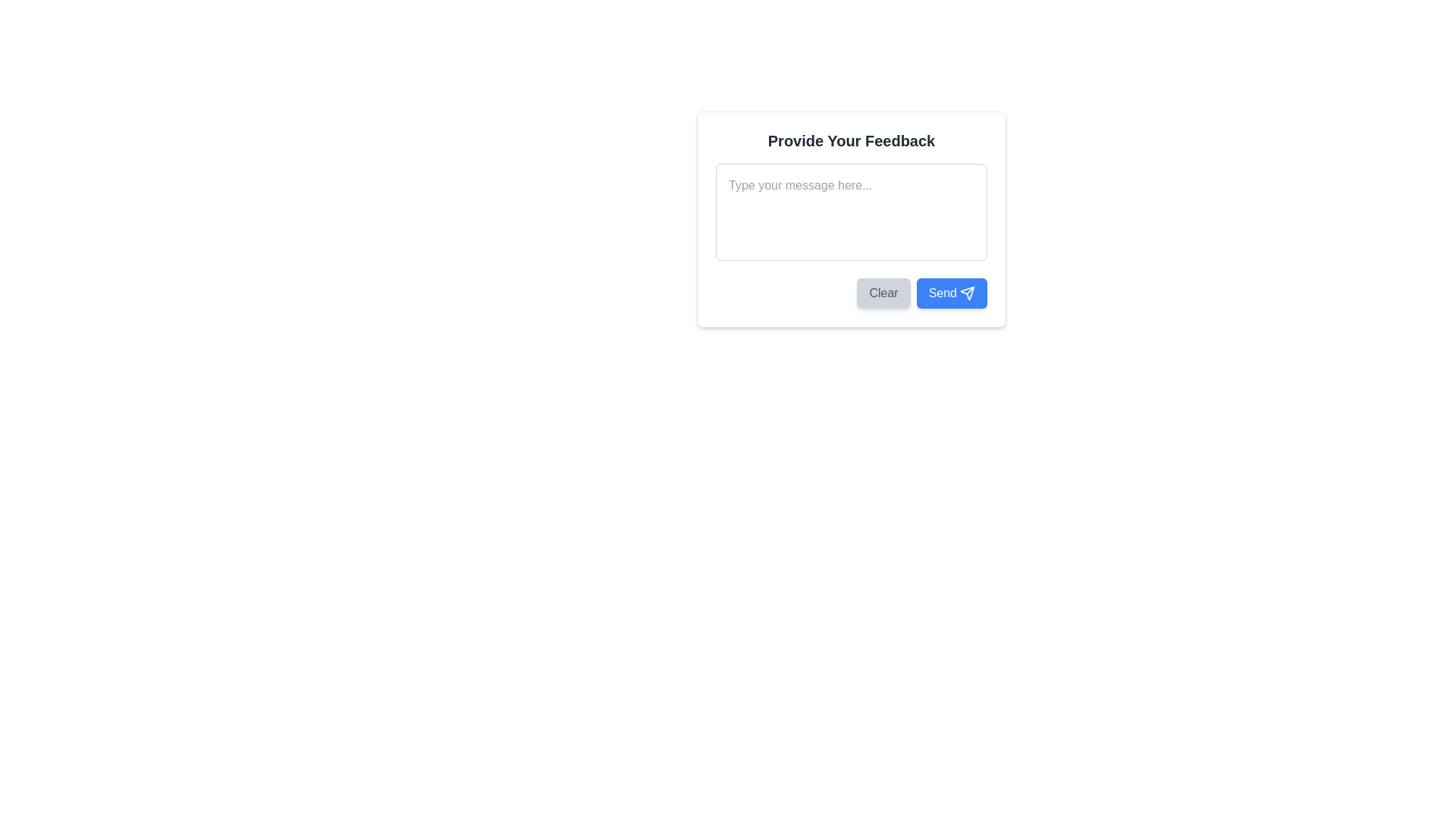  Describe the element at coordinates (967, 293) in the screenshot. I see `the 'Send' button icon located at the bottom right of the feedback form to indicate the sending action` at that location.